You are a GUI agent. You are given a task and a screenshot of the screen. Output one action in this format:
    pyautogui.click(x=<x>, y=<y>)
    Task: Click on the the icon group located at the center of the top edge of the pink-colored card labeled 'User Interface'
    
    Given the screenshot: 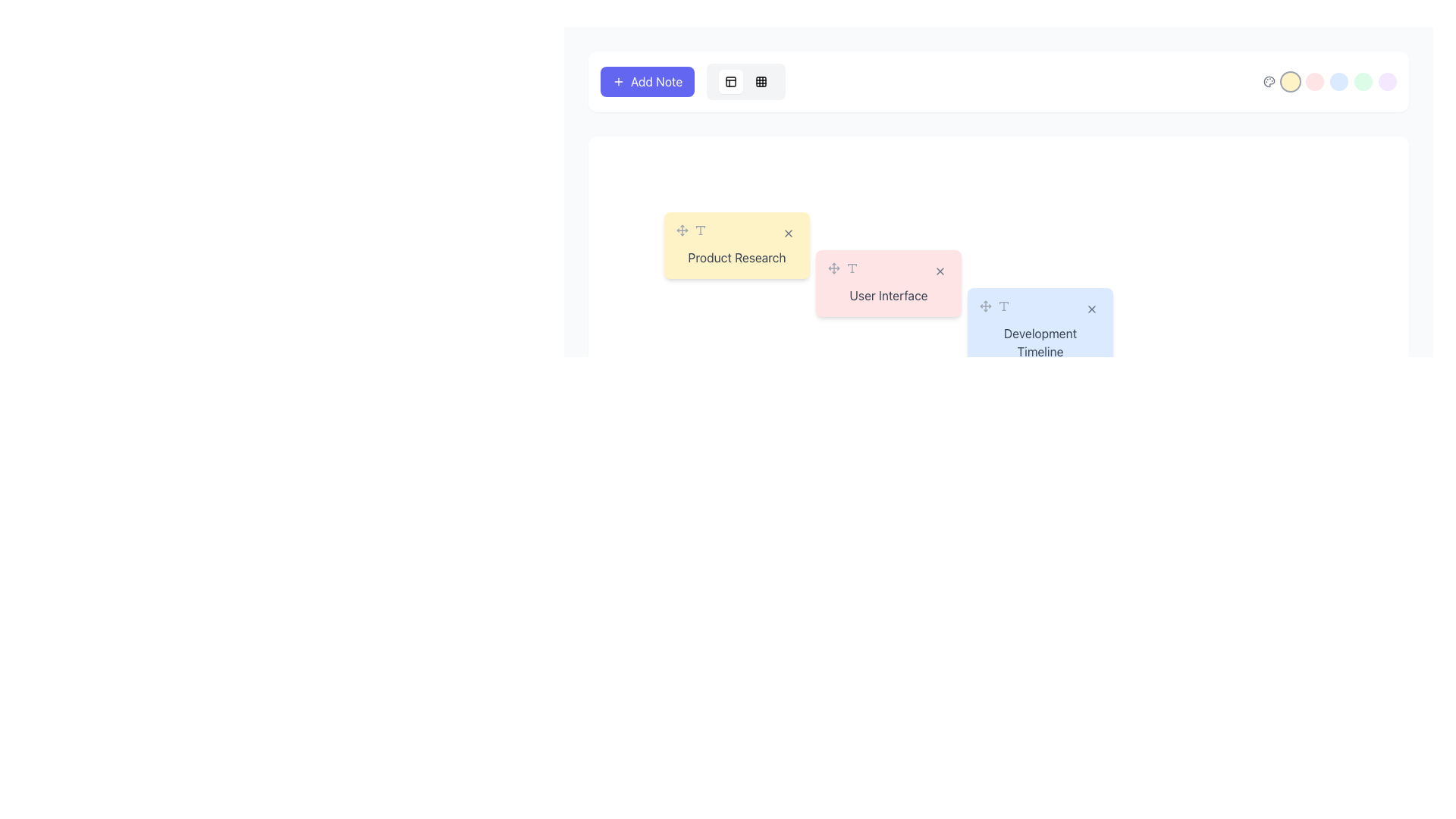 What is the action you would take?
    pyautogui.click(x=843, y=268)
    